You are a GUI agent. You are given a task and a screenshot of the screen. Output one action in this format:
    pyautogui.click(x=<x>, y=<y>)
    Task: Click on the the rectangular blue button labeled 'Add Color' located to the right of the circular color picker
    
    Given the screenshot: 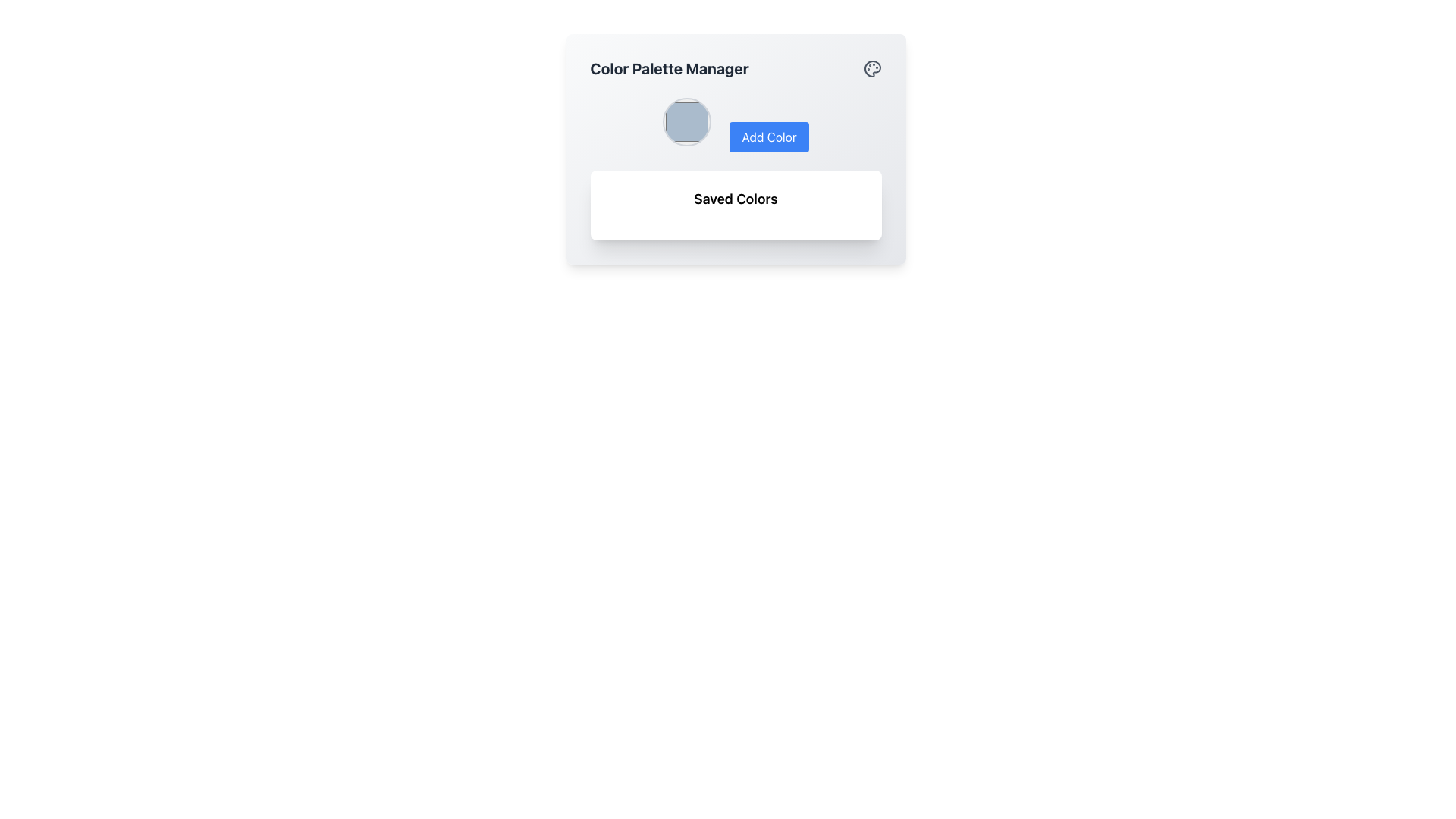 What is the action you would take?
    pyautogui.click(x=736, y=124)
    